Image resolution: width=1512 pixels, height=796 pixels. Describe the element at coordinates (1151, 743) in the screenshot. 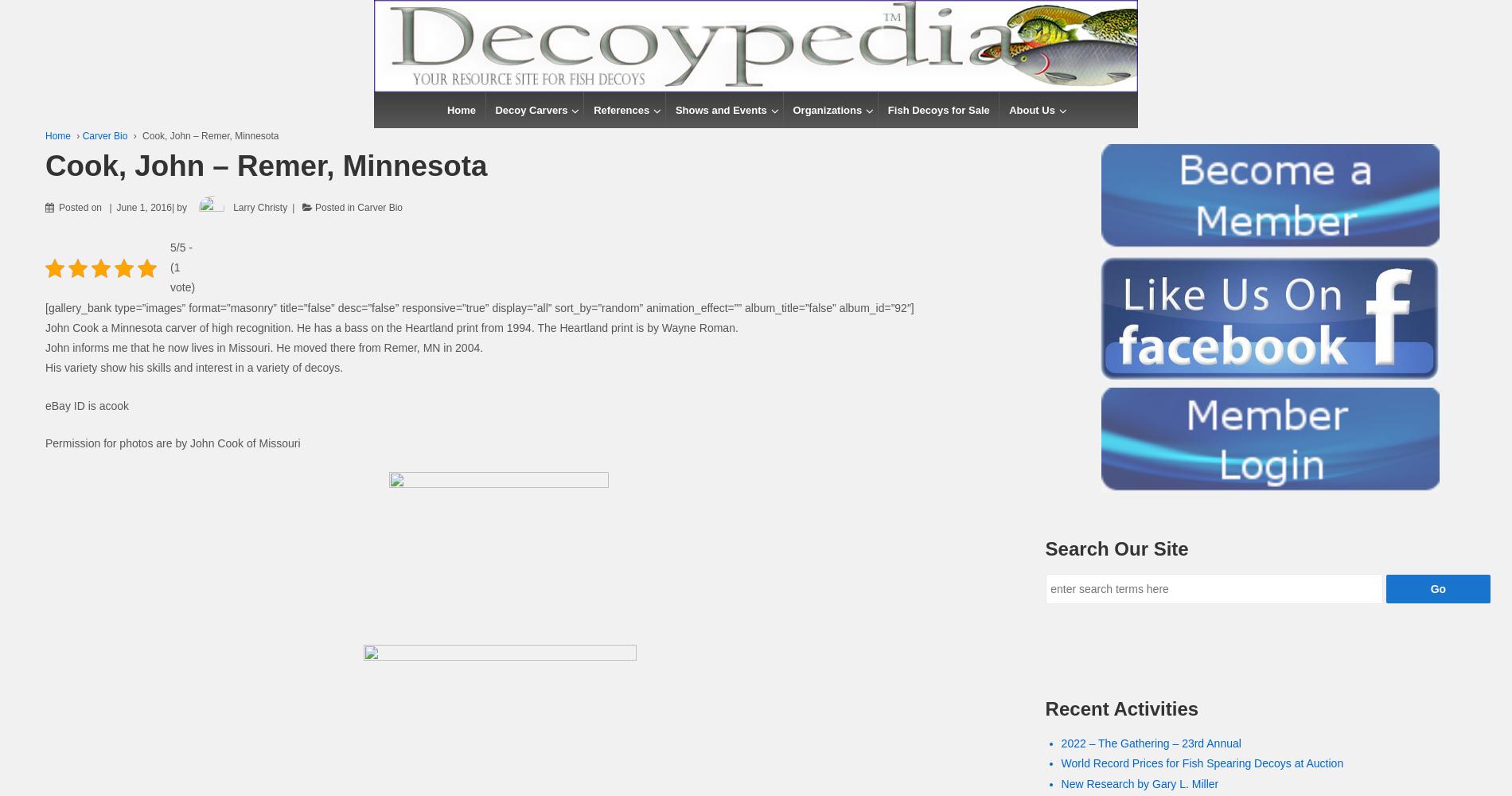

I see `'2022 – The Gathering – 23rd Annual'` at that location.